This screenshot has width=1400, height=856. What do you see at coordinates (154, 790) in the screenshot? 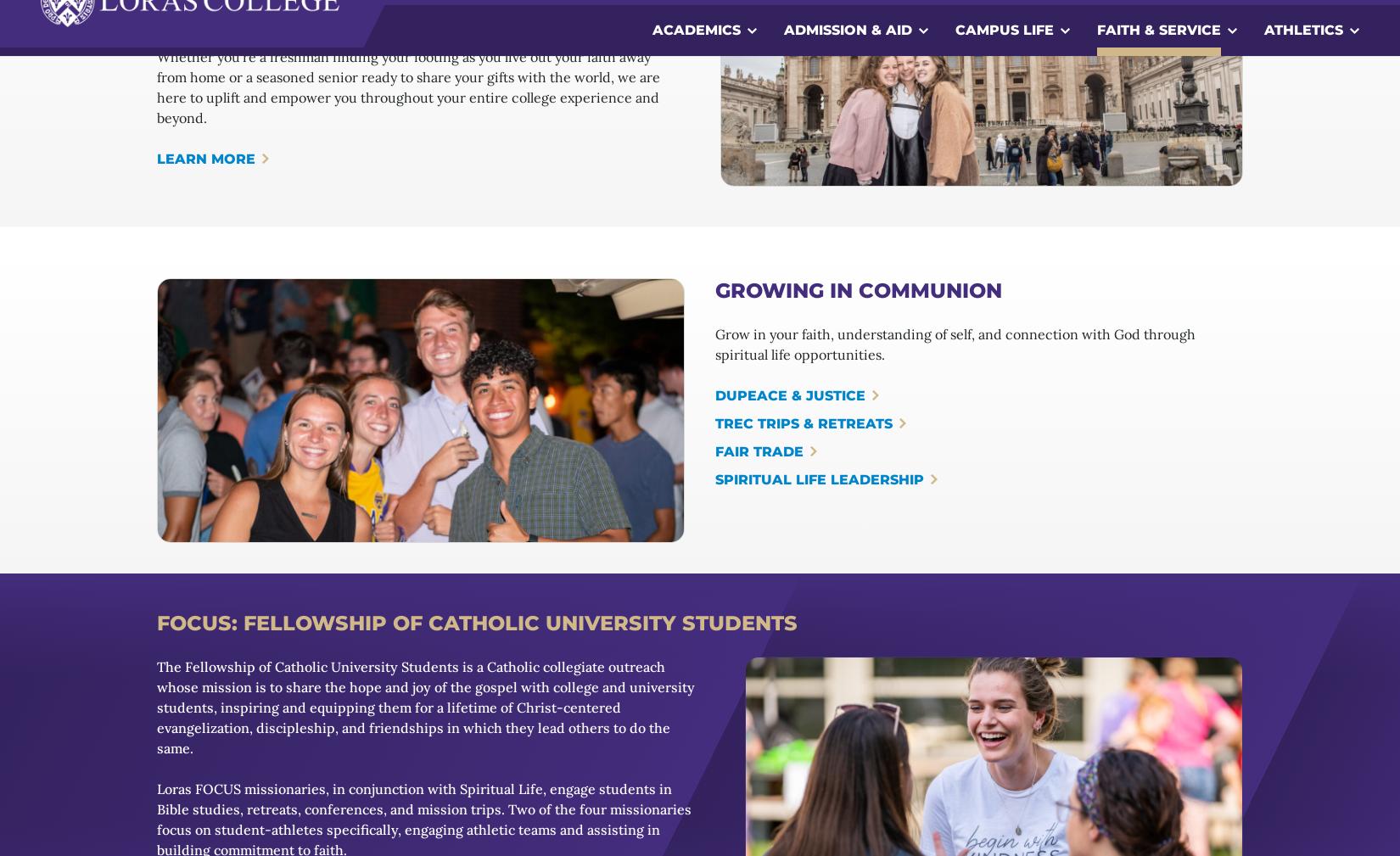
I see `'college’s privacy and cookie policy.'` at bounding box center [154, 790].